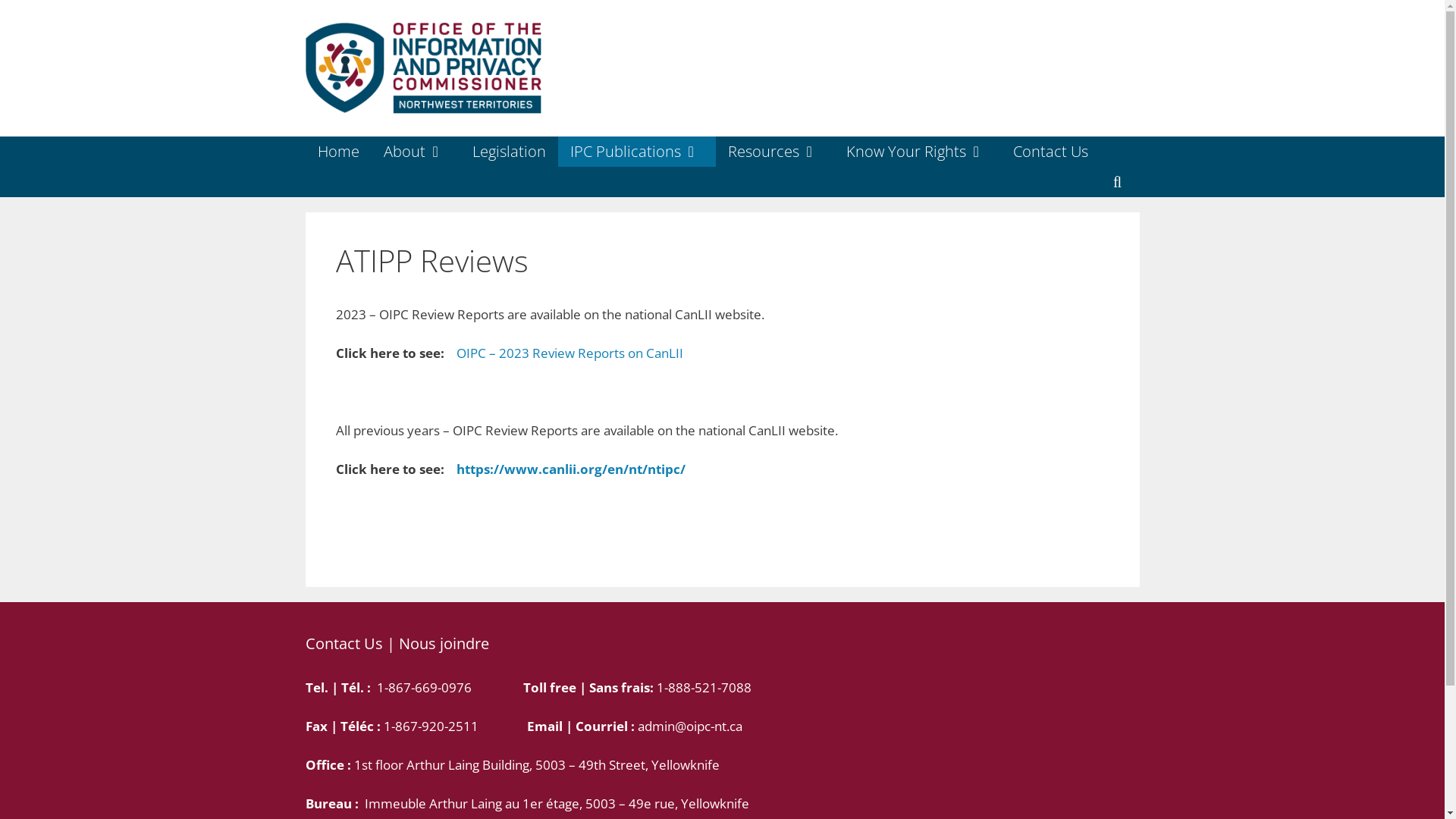  Describe the element at coordinates (304, 152) in the screenshot. I see `'Home'` at that location.